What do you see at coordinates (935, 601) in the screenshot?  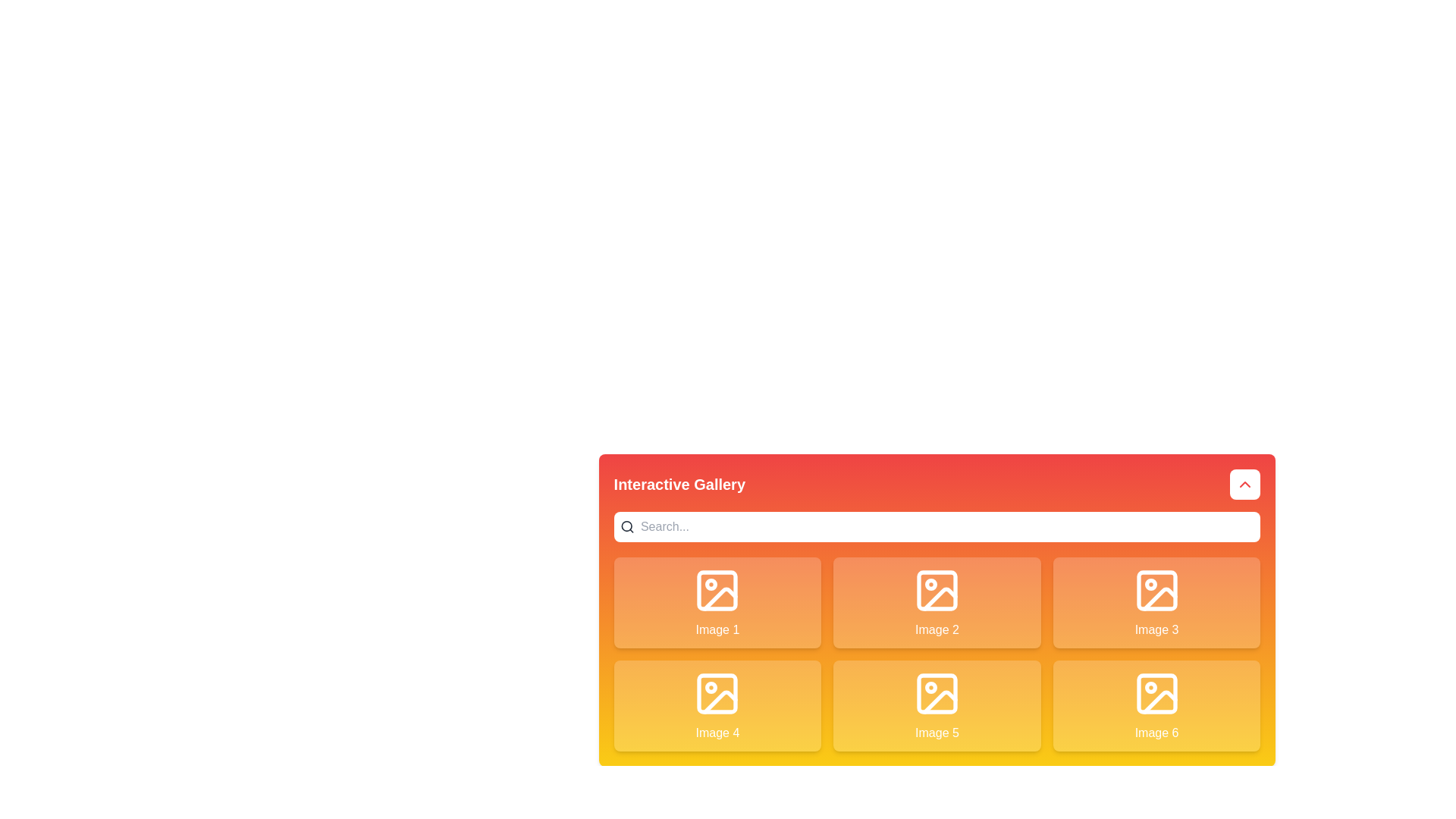 I see `the display area or button for the image labeled 'Image 2'` at bounding box center [935, 601].